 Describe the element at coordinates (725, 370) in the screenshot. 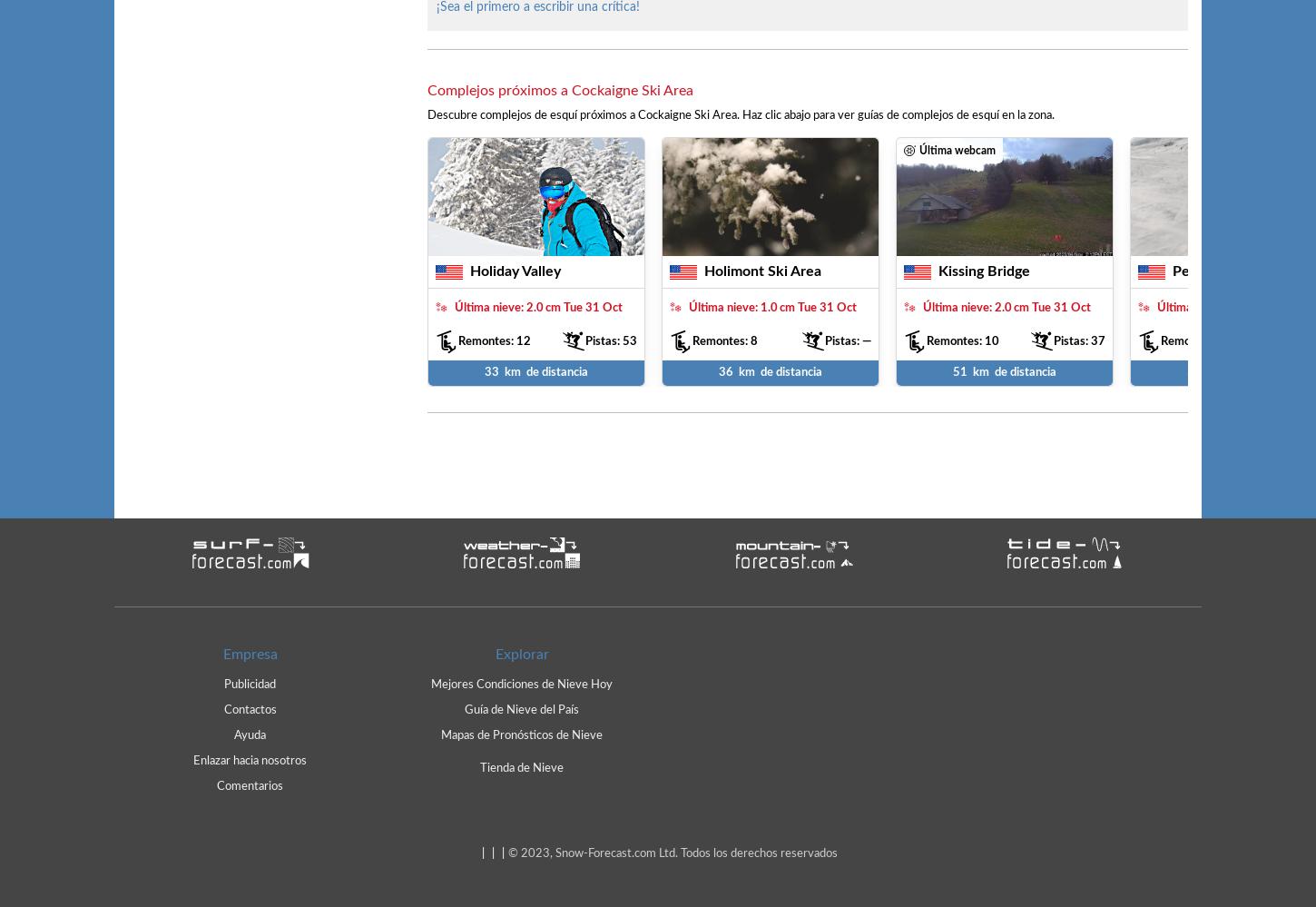

I see `'36'` at that location.